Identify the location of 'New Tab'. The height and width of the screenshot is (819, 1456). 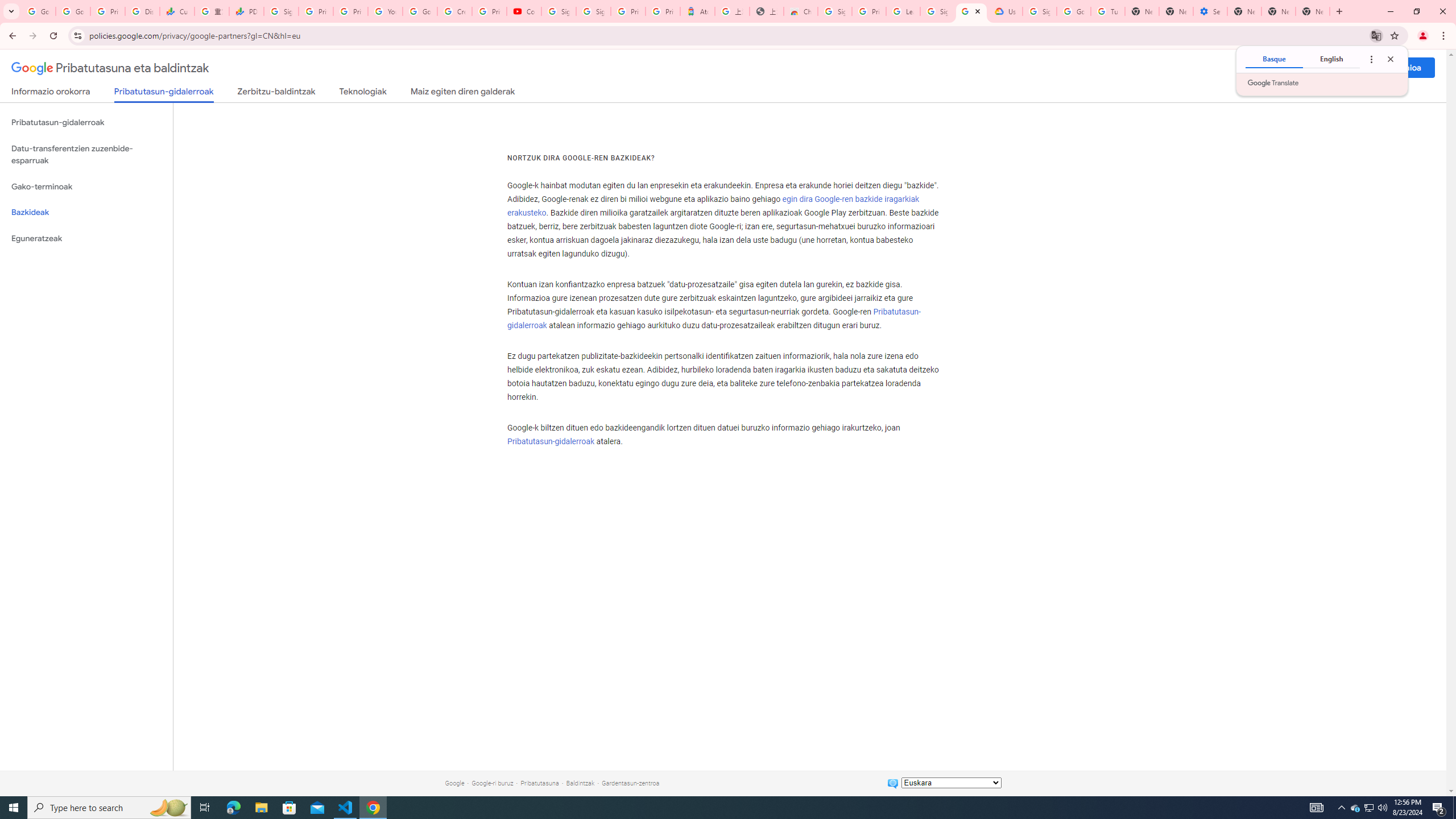
(1243, 11).